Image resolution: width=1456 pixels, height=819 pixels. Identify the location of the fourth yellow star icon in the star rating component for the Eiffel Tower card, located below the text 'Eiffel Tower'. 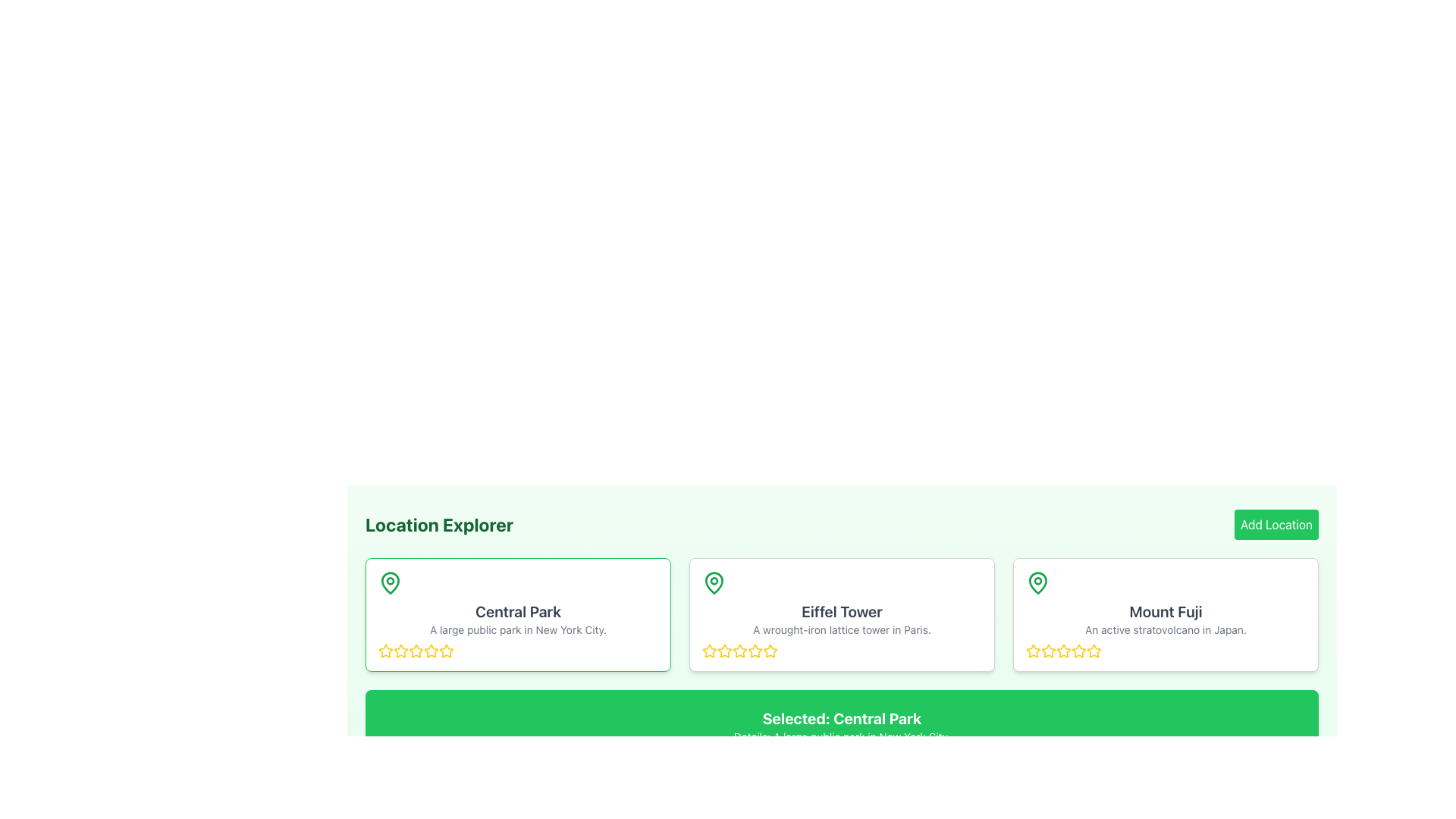
(770, 651).